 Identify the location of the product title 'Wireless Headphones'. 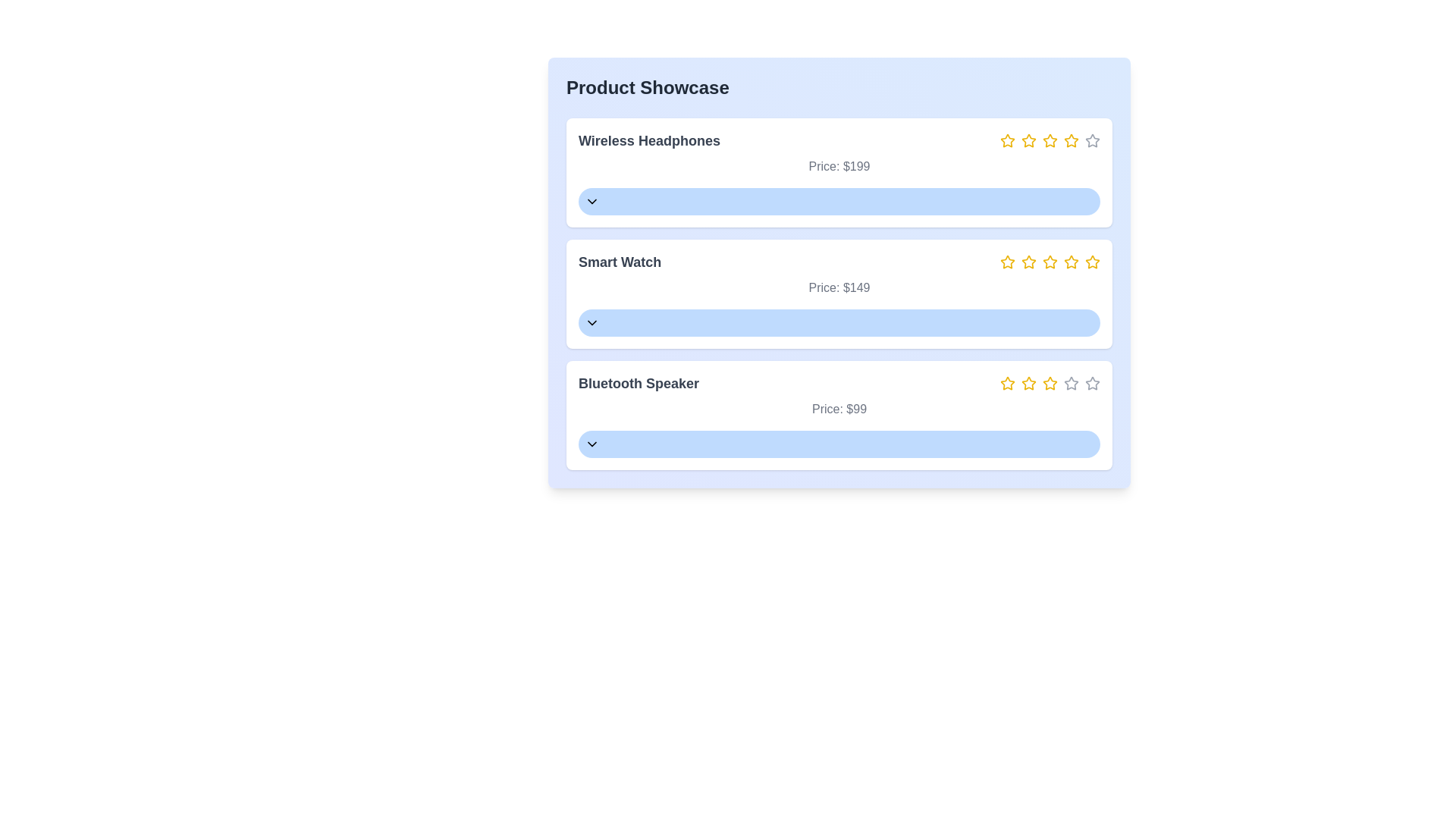
(839, 140).